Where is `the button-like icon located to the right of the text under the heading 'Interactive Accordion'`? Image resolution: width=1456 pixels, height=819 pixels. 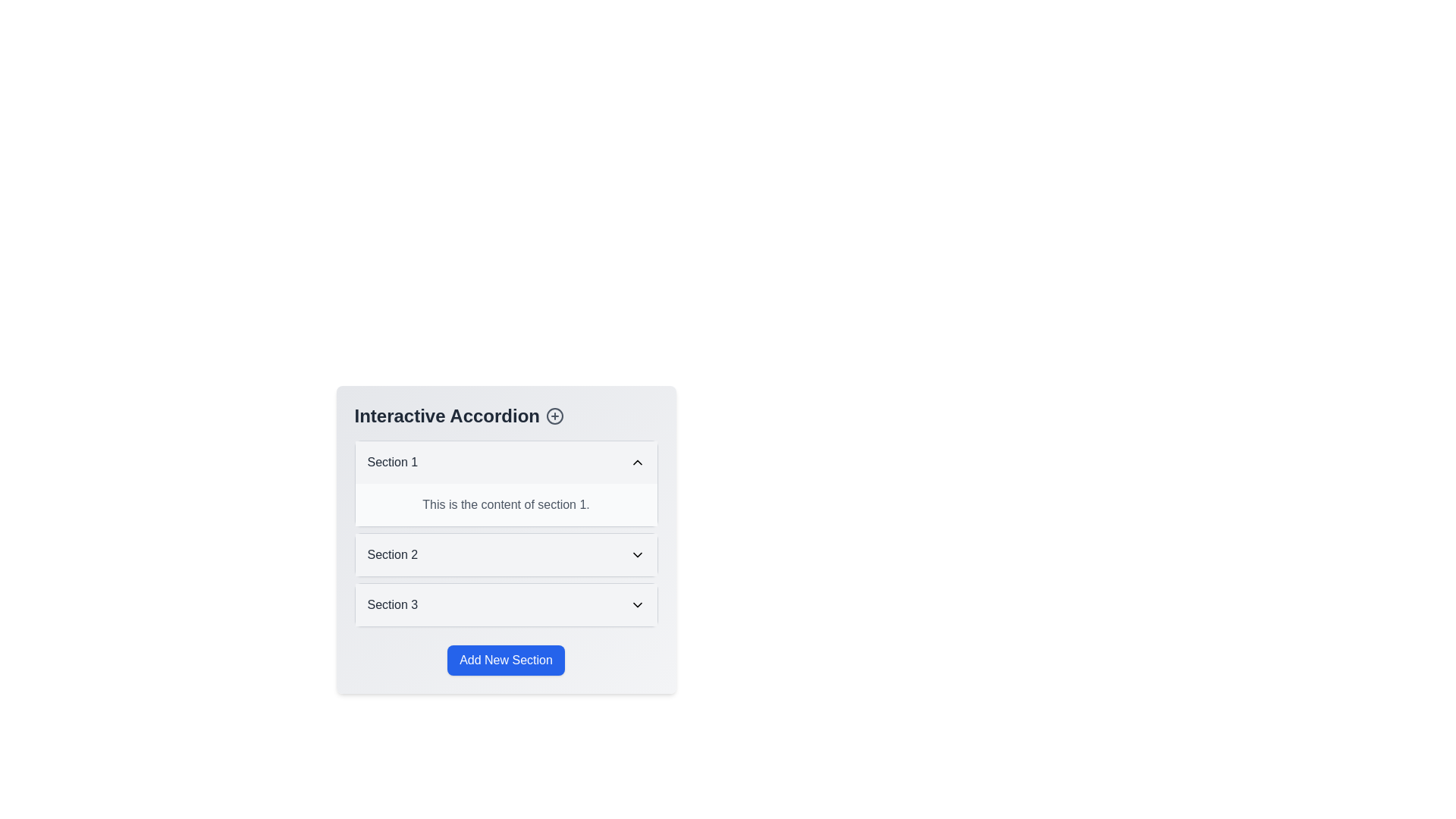
the button-like icon located to the right of the text under the heading 'Interactive Accordion' is located at coordinates (554, 416).